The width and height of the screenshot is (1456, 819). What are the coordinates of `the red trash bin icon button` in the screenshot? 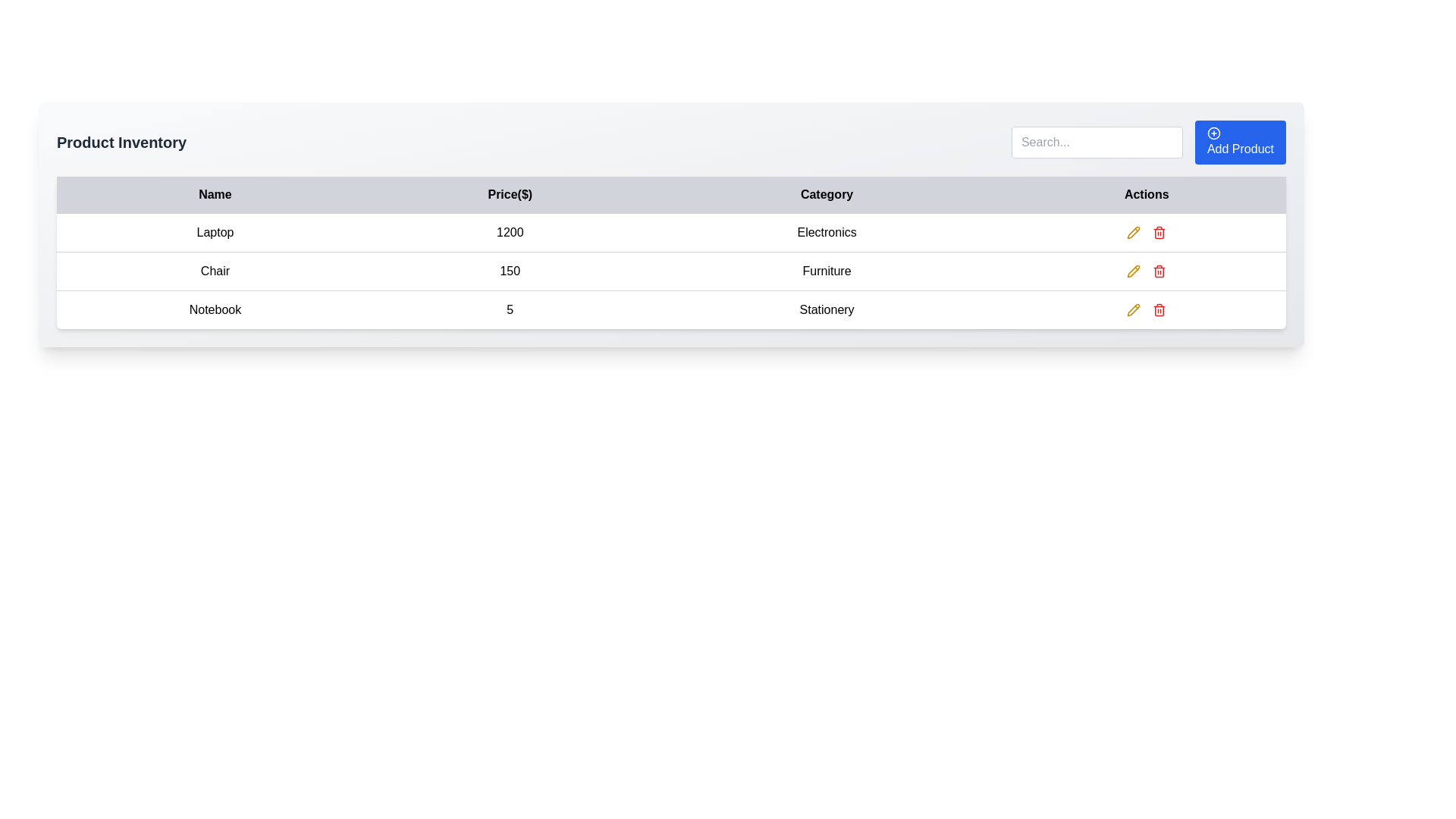 It's located at (1159, 271).